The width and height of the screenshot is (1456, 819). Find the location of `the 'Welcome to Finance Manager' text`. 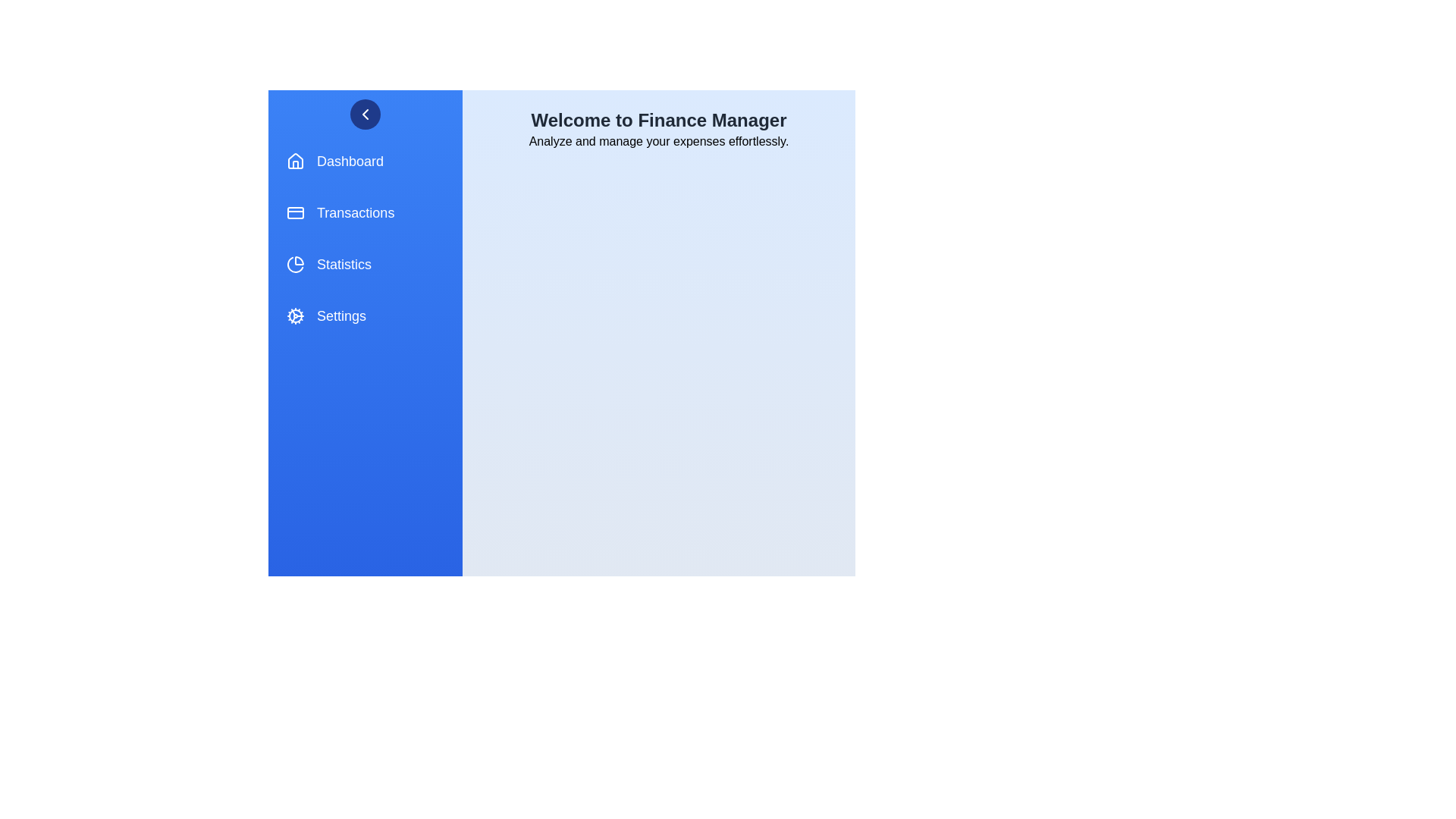

the 'Welcome to Finance Manager' text is located at coordinates (658, 119).